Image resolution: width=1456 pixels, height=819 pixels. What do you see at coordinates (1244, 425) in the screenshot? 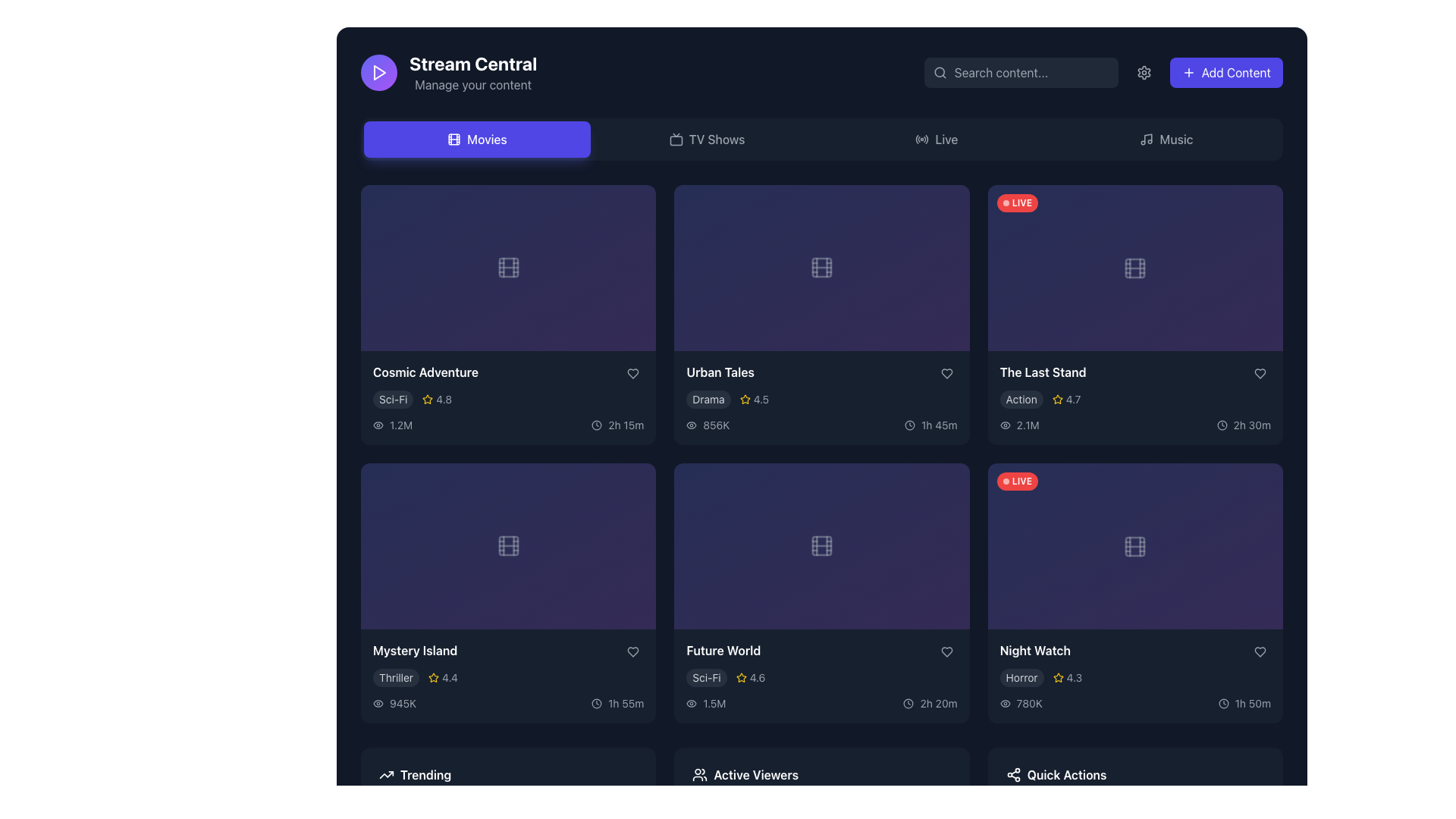
I see `the clock icon with text '2h 30m' located in the bottom-right corner of the card titled 'The Last Stand'` at bounding box center [1244, 425].